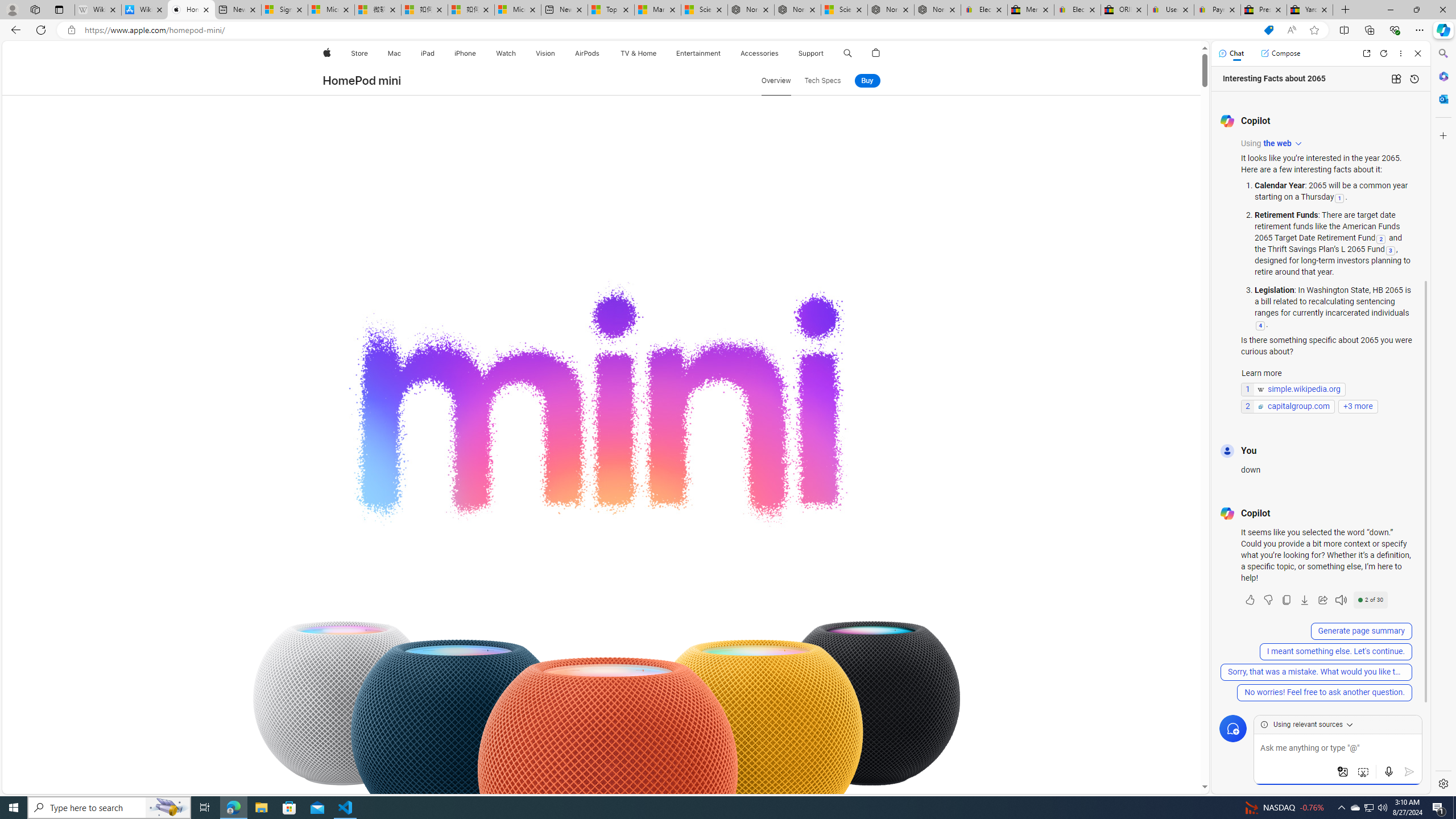  Describe the element at coordinates (825, 53) in the screenshot. I see `'Class: globalnav-submenu-trigger-item'` at that location.